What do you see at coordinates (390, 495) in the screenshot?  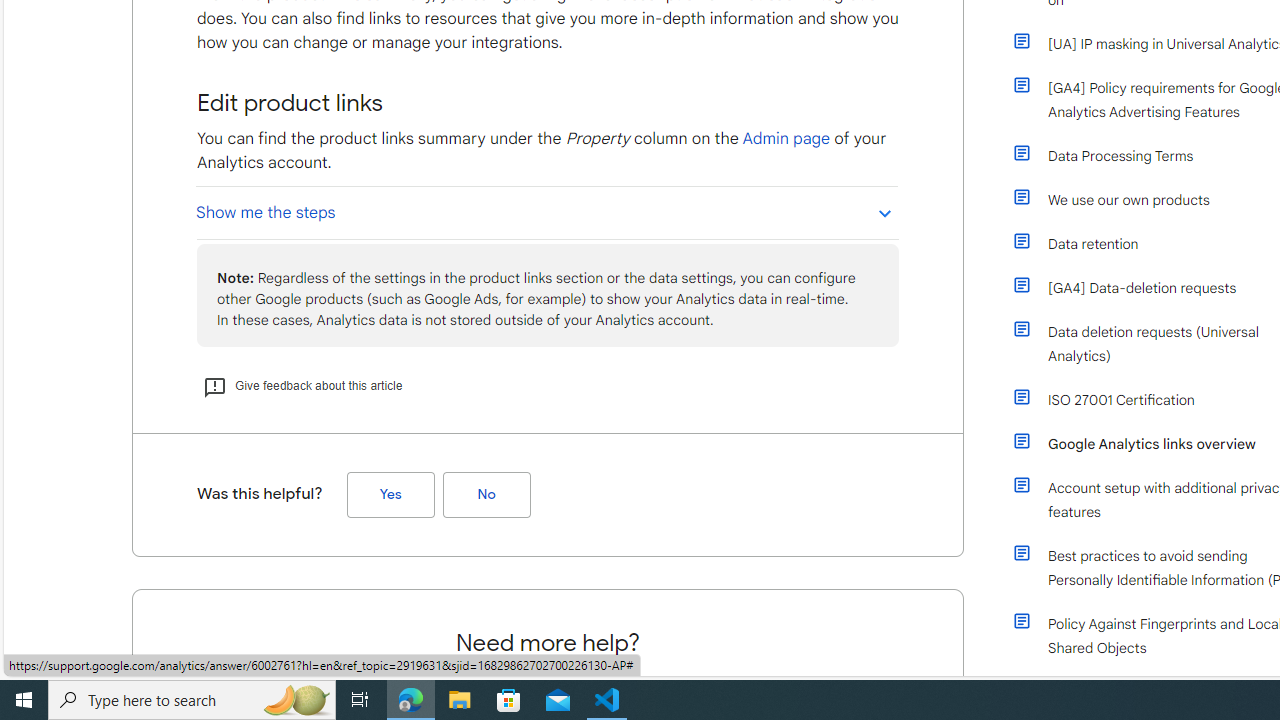 I see `'Yes (Was this helpful?)'` at bounding box center [390, 495].